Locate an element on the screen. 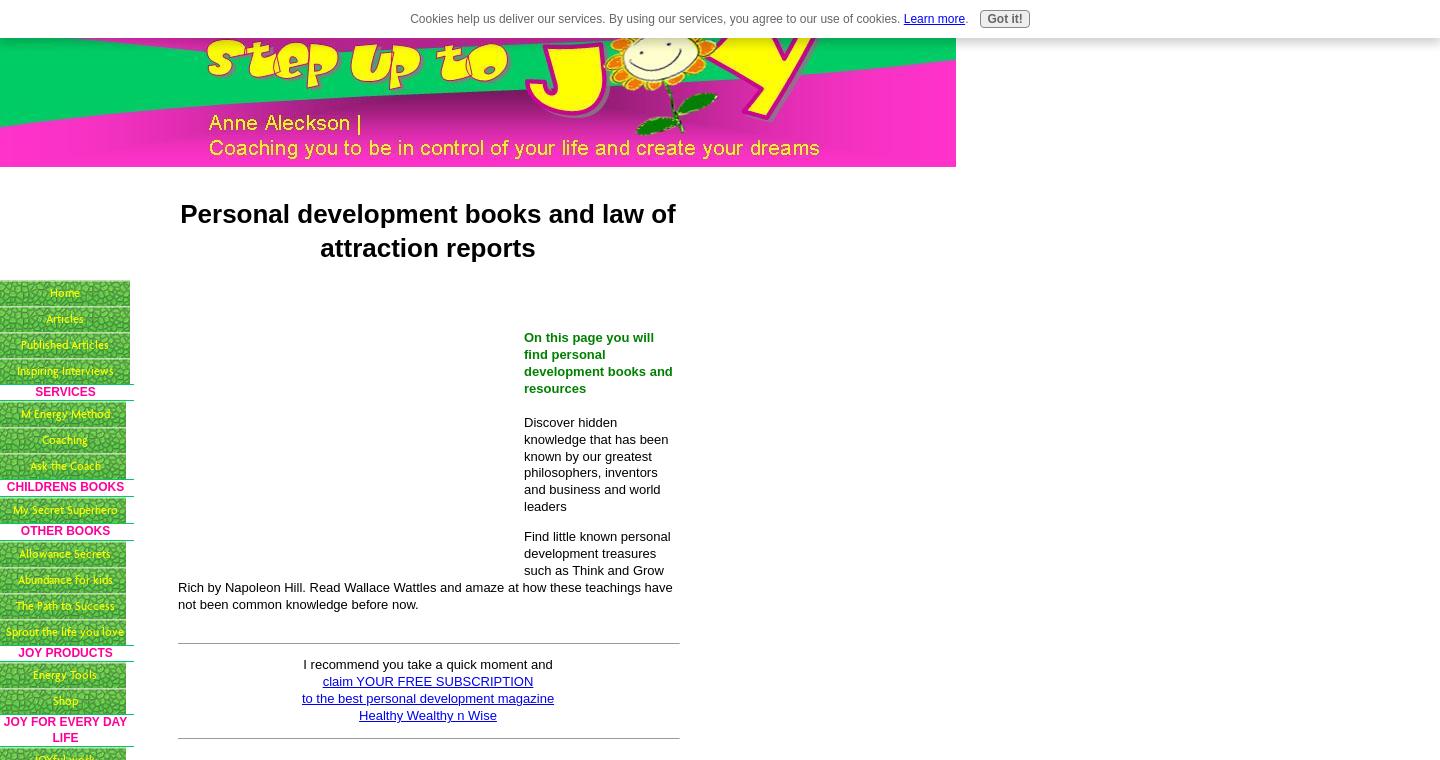 The height and width of the screenshot is (760, 1440). 'CHILDRENS BOOKS' is located at coordinates (64, 487).